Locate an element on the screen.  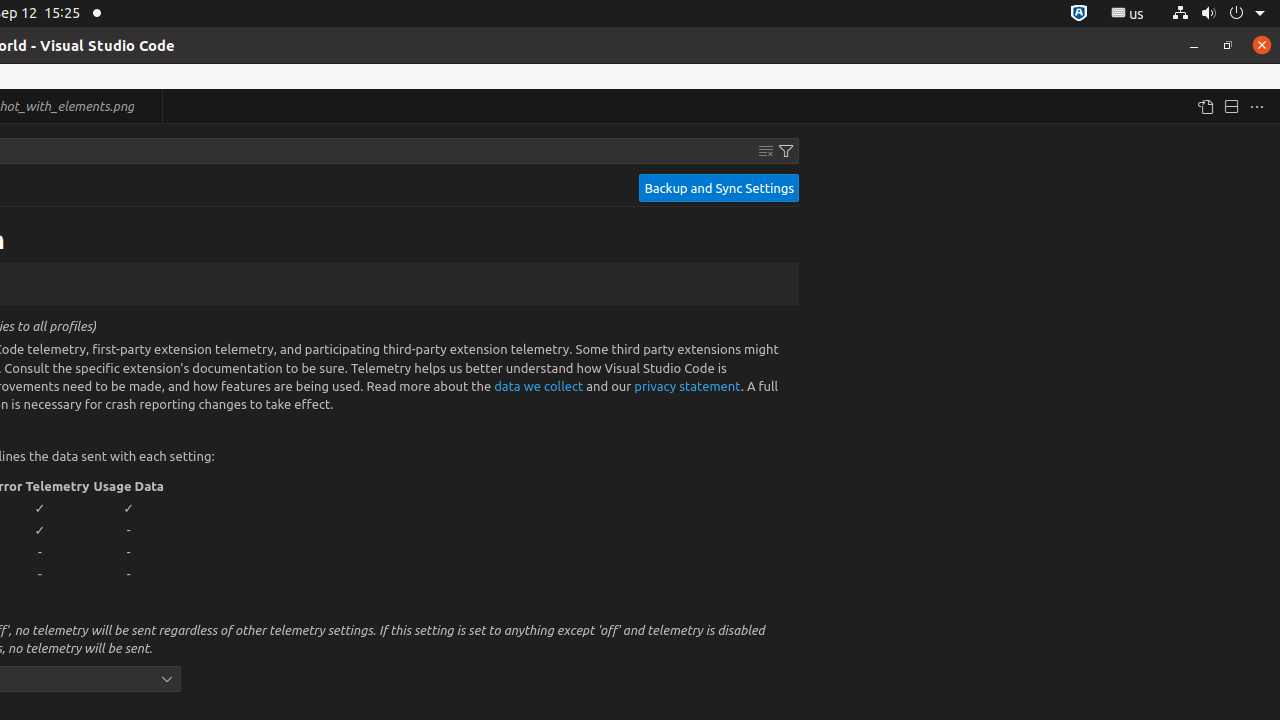
'data we collect' is located at coordinates (539, 385).